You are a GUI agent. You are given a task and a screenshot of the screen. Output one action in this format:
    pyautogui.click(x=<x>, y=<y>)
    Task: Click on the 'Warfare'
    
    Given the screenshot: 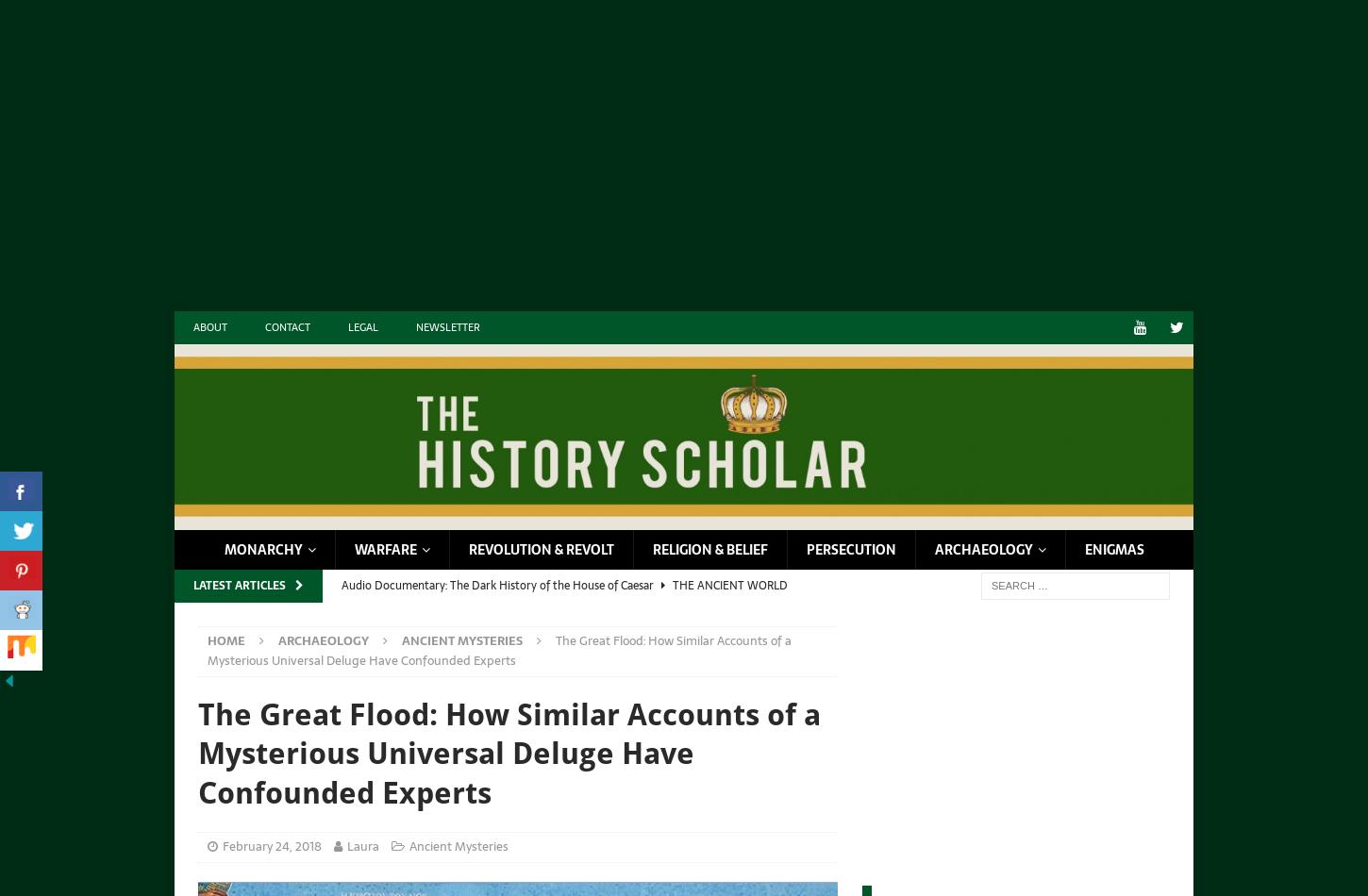 What is the action you would take?
    pyautogui.click(x=384, y=548)
    